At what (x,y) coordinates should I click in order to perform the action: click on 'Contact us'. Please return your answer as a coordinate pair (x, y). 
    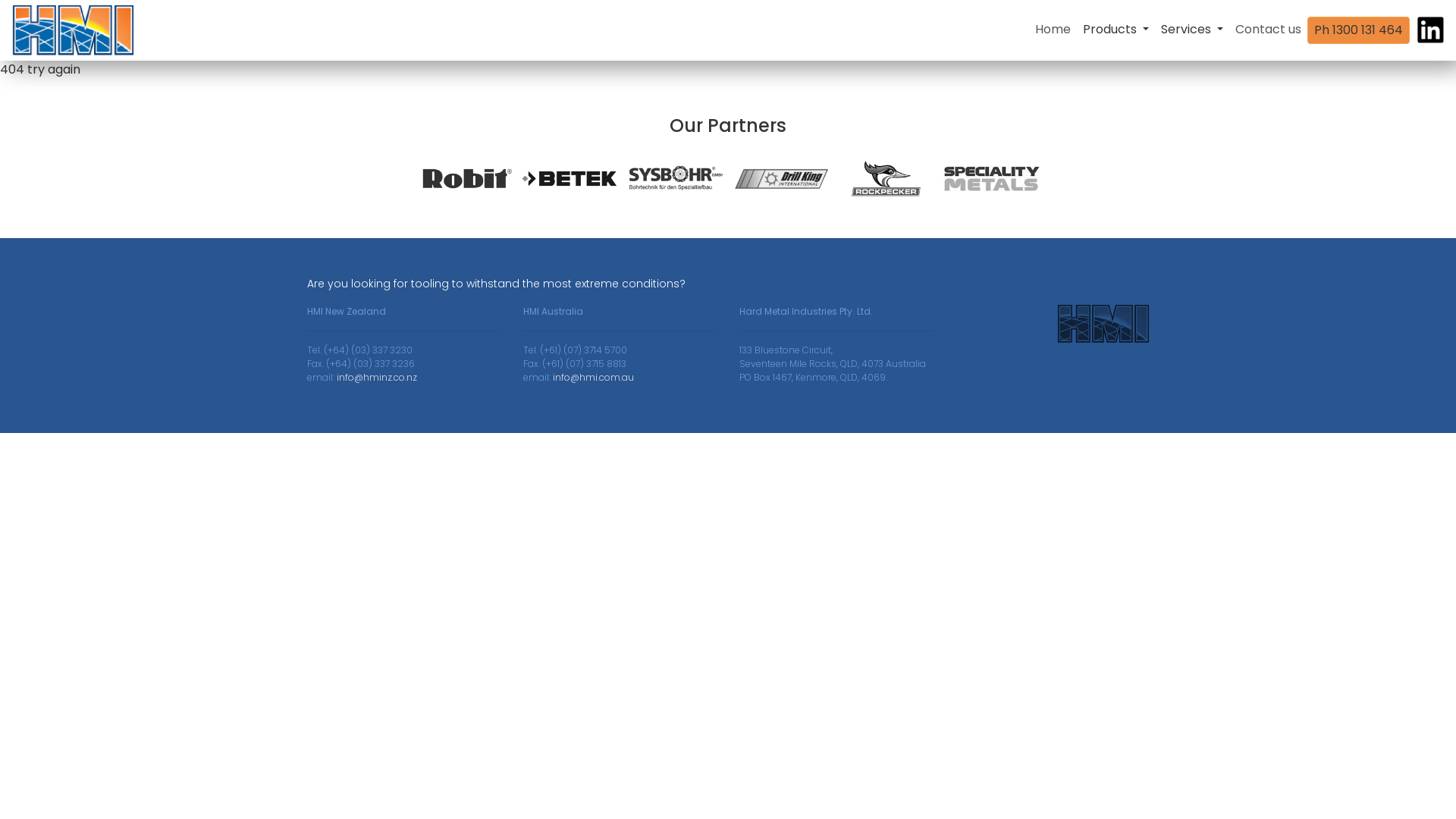
    Looking at the image, I should click on (1268, 29).